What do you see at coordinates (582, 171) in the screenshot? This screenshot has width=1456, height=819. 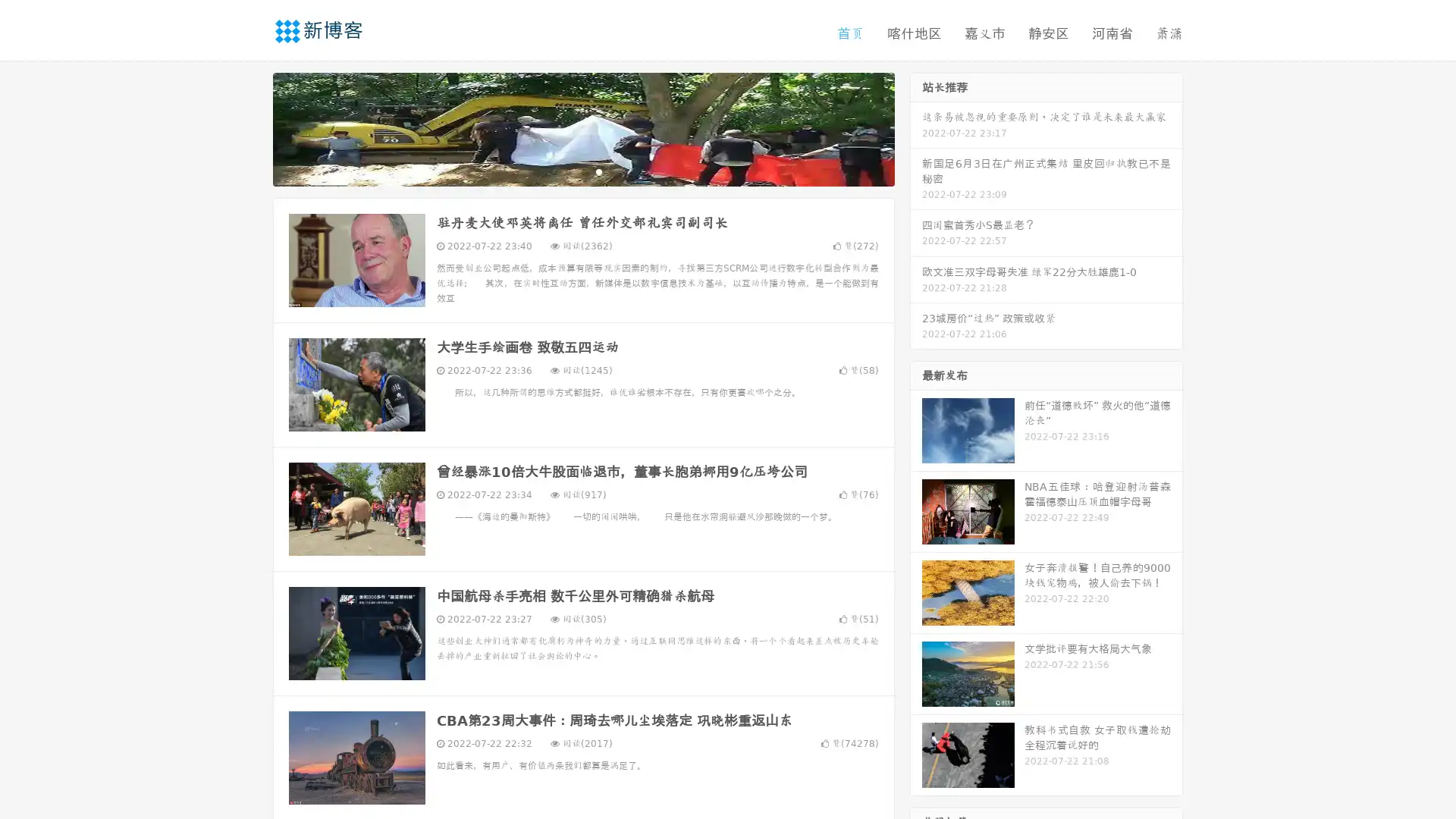 I see `Go to slide 2` at bounding box center [582, 171].